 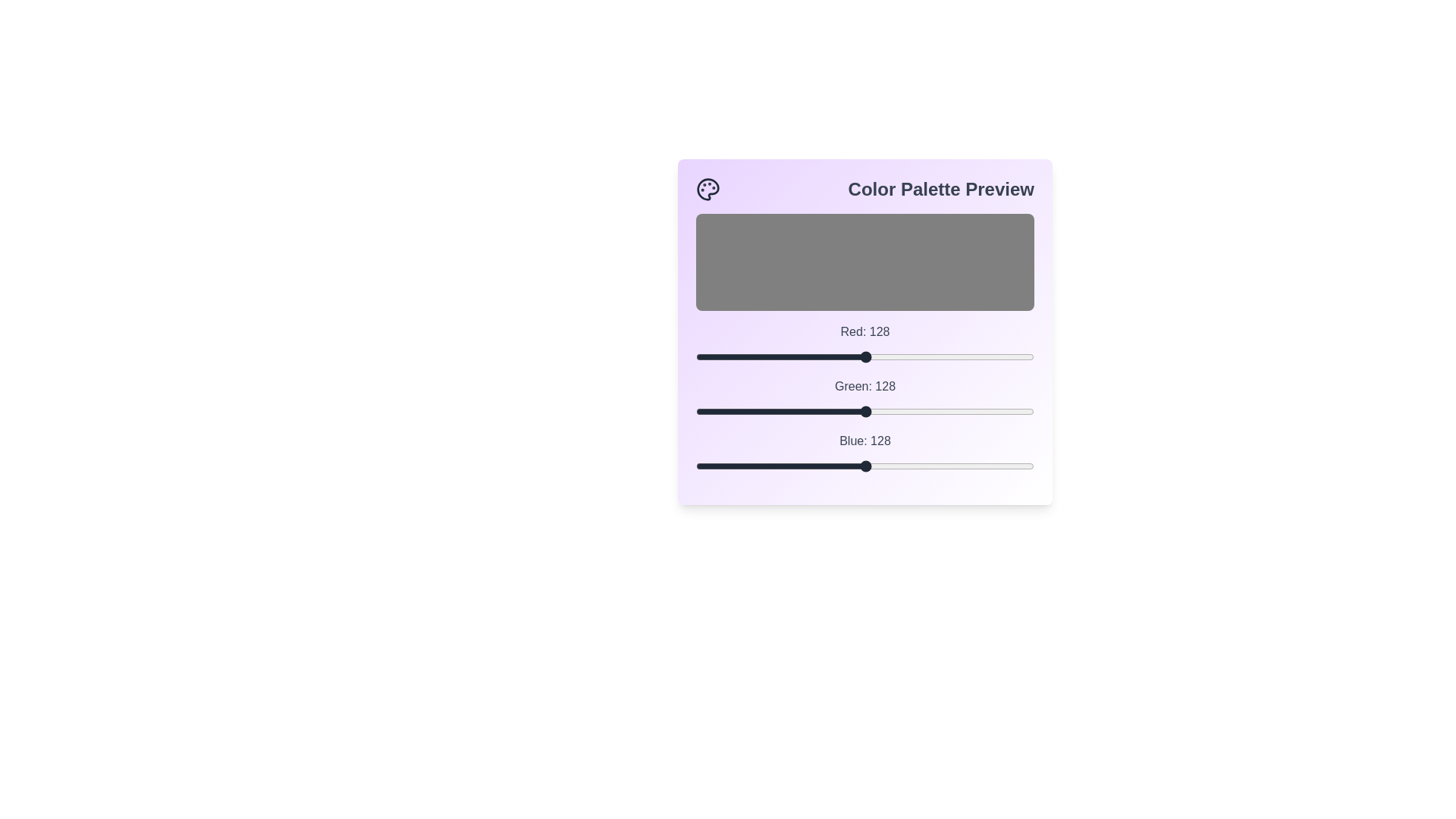 I want to click on the green intensity, so click(x=771, y=412).